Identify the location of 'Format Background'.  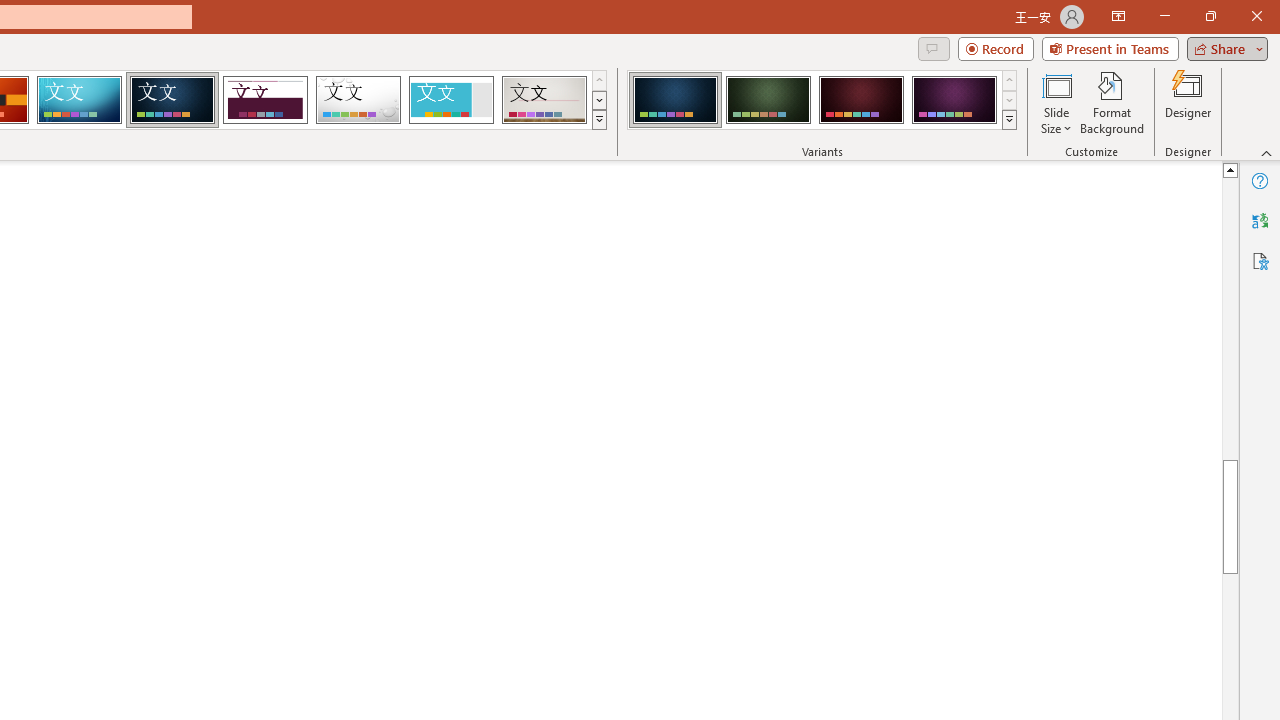
(1111, 103).